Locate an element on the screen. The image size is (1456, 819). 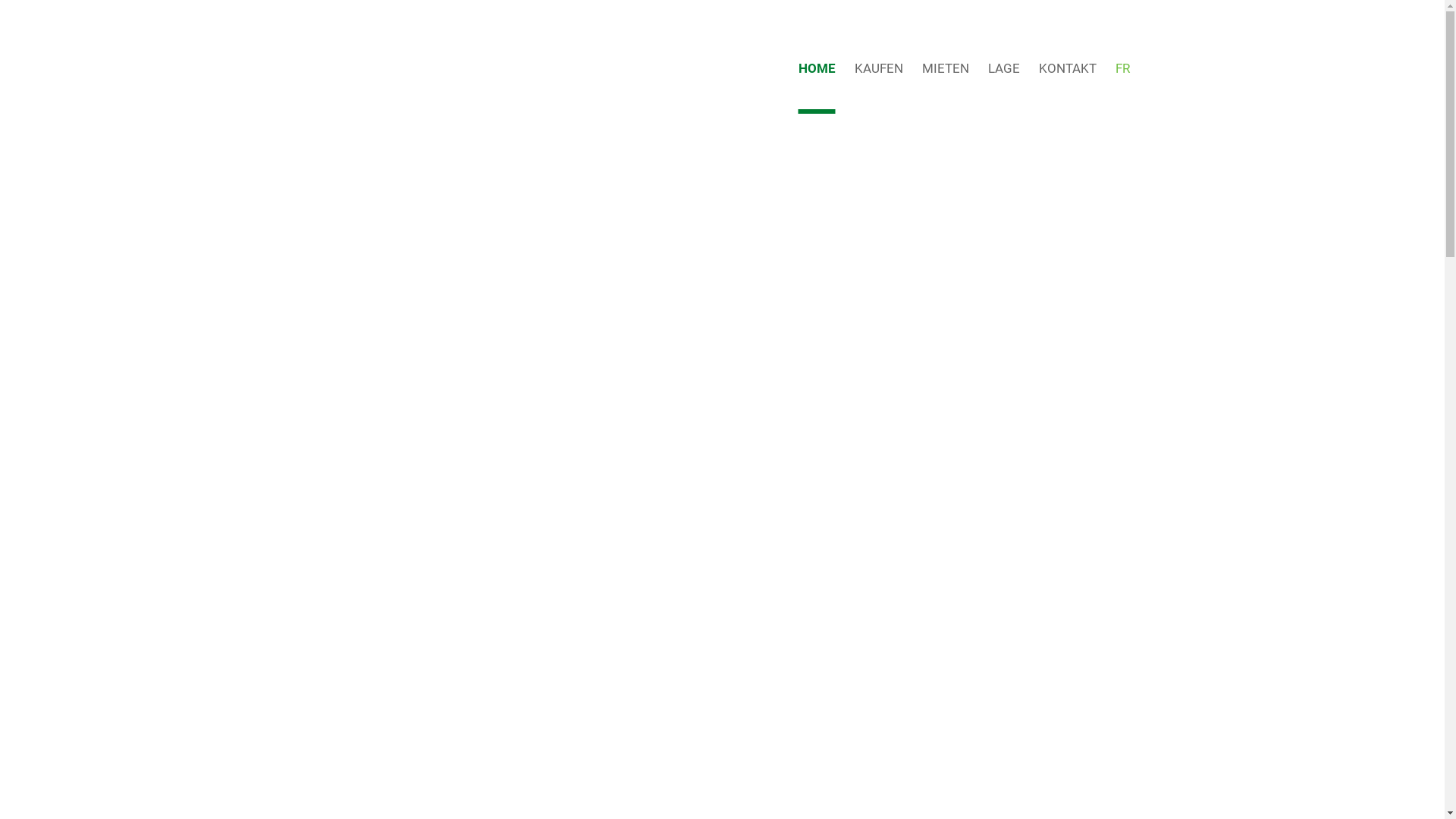
'KONTAKT' is located at coordinates (1066, 67).